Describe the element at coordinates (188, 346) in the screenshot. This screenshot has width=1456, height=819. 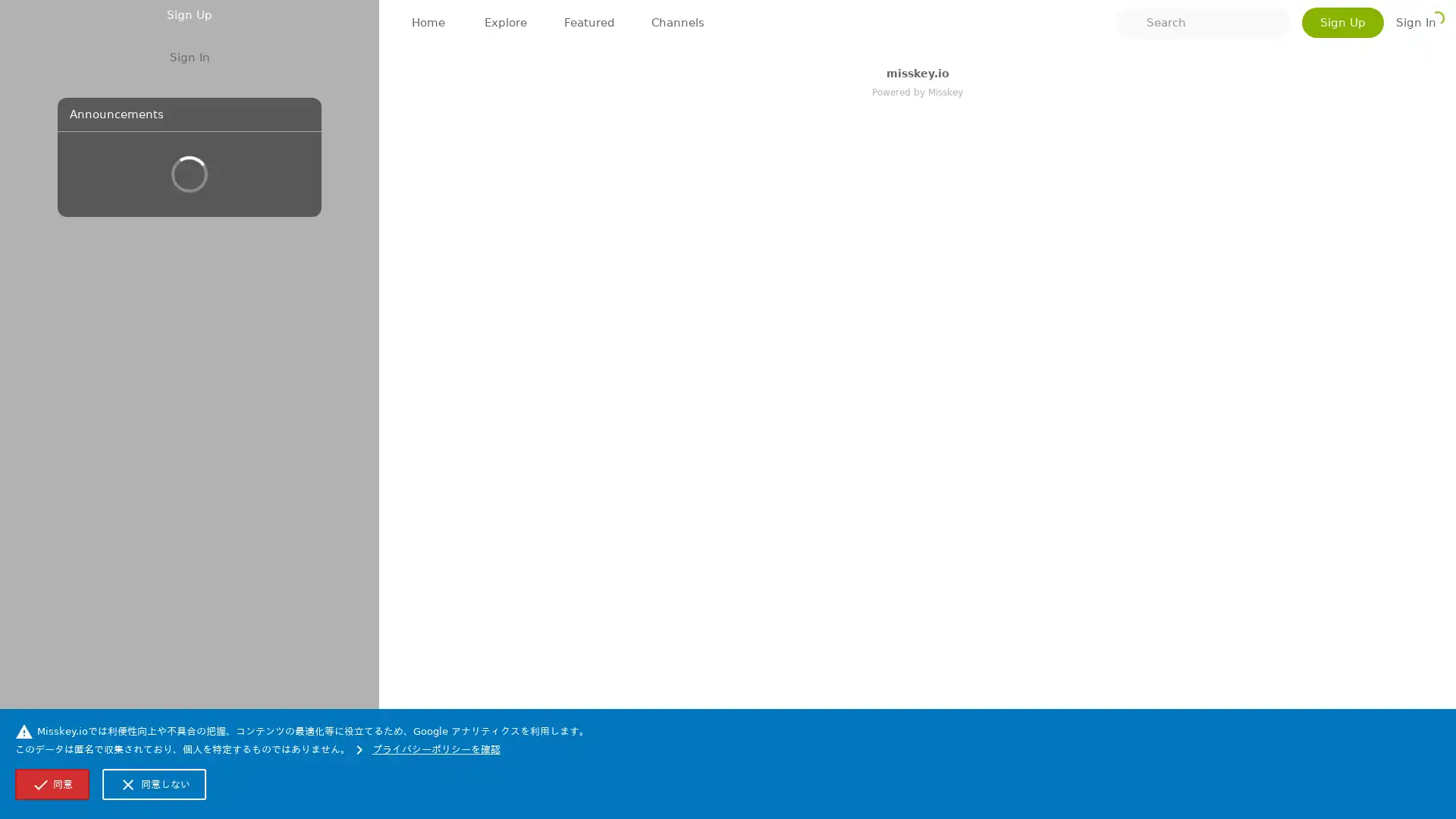
I see `Sign Up` at that location.